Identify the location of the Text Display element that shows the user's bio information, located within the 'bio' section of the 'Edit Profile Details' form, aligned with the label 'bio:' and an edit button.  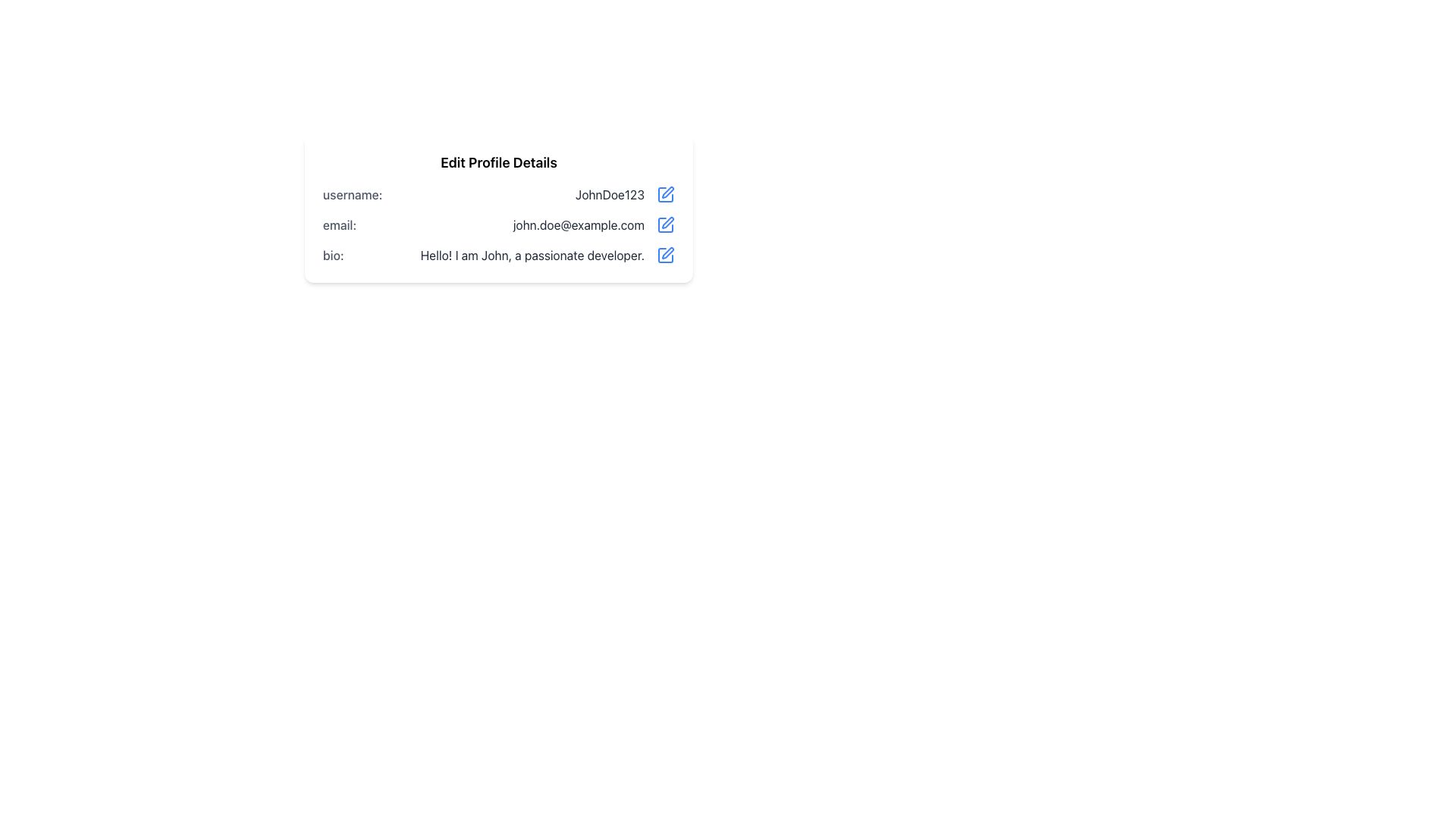
(532, 254).